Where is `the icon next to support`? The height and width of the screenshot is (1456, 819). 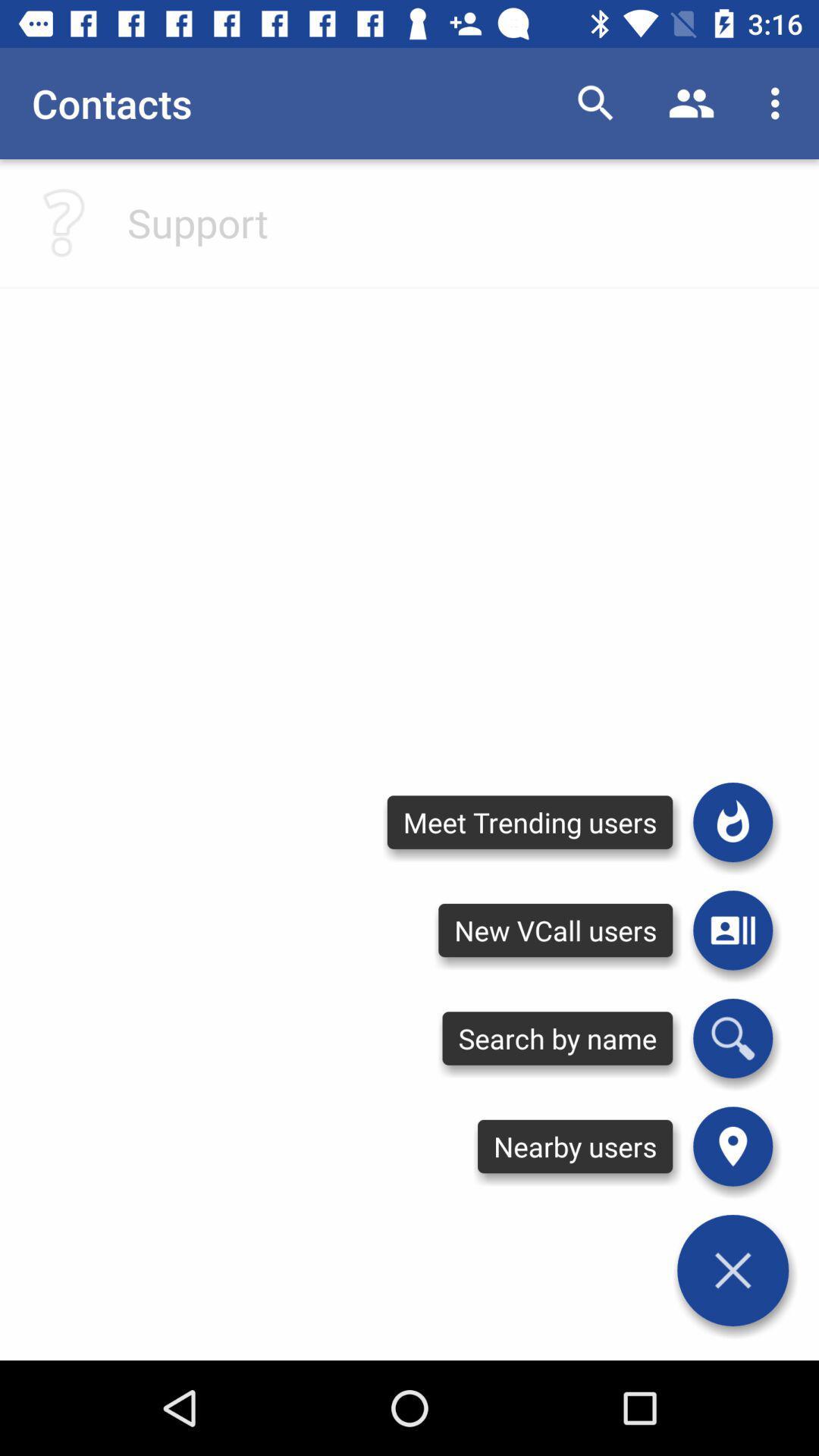
the icon next to support is located at coordinates (63, 221).